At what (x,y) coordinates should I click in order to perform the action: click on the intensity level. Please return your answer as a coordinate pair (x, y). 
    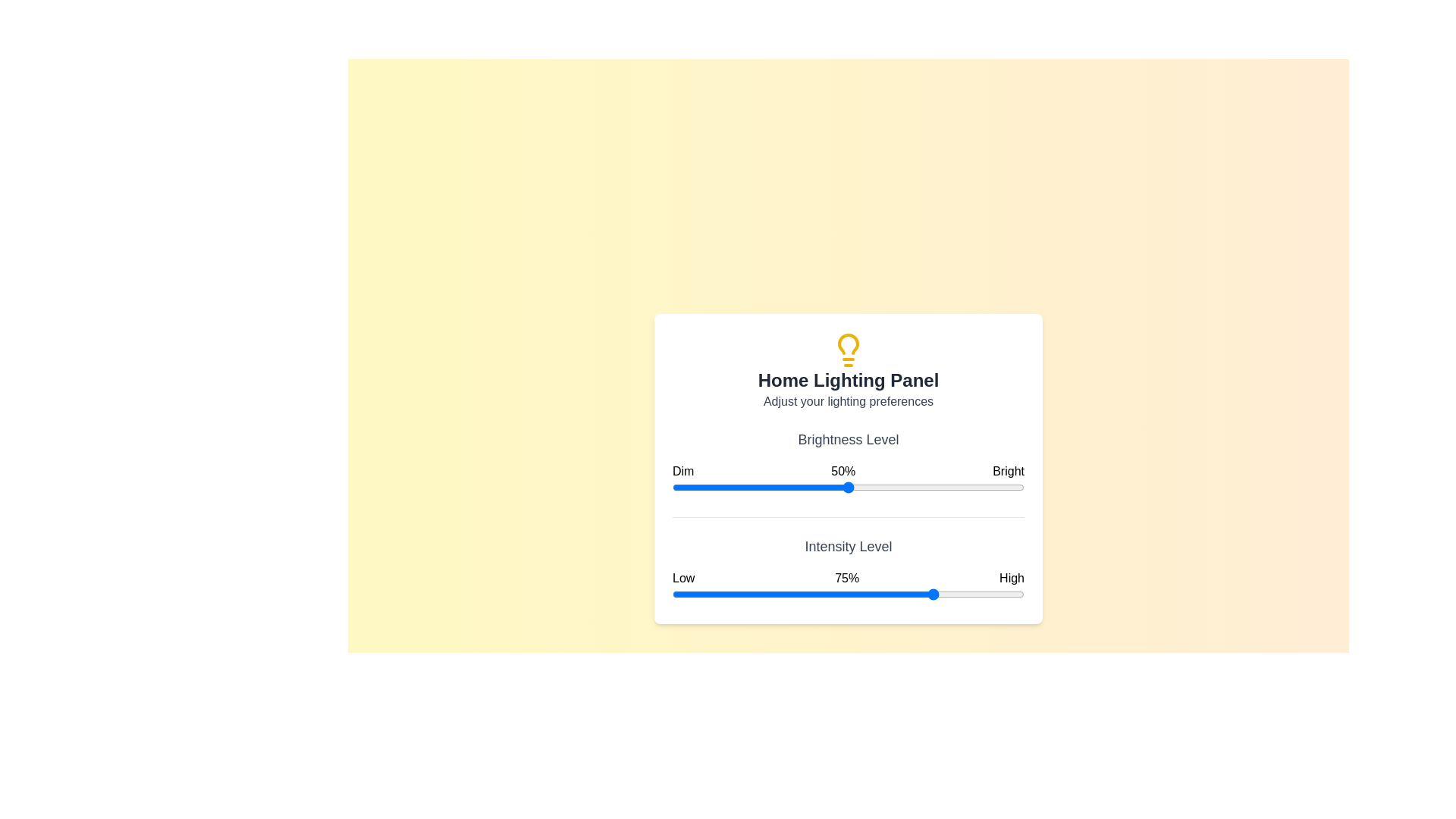
    Looking at the image, I should click on (795, 593).